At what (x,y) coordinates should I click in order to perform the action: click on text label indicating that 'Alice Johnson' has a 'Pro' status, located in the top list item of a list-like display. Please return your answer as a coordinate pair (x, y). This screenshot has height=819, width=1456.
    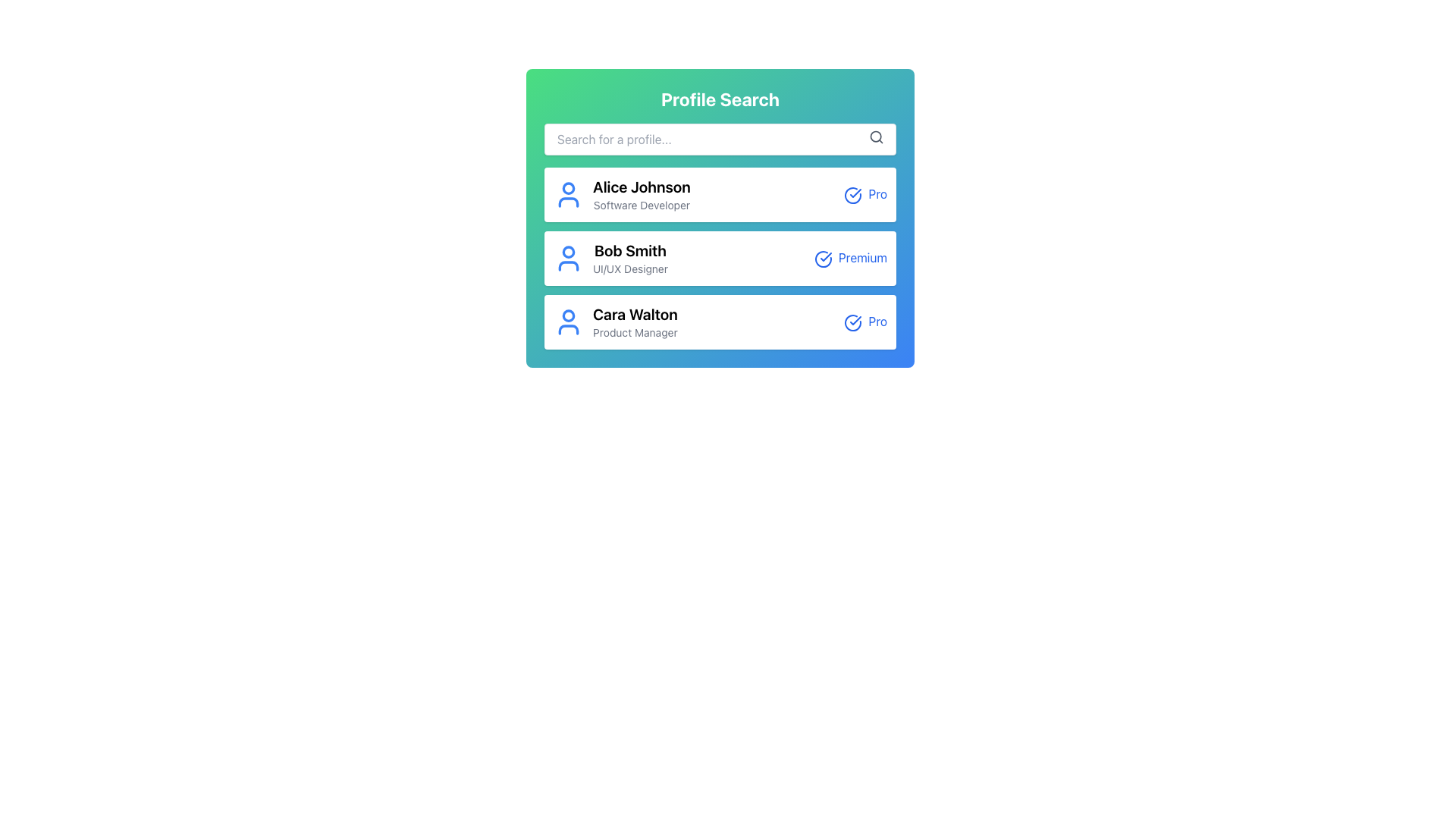
    Looking at the image, I should click on (865, 194).